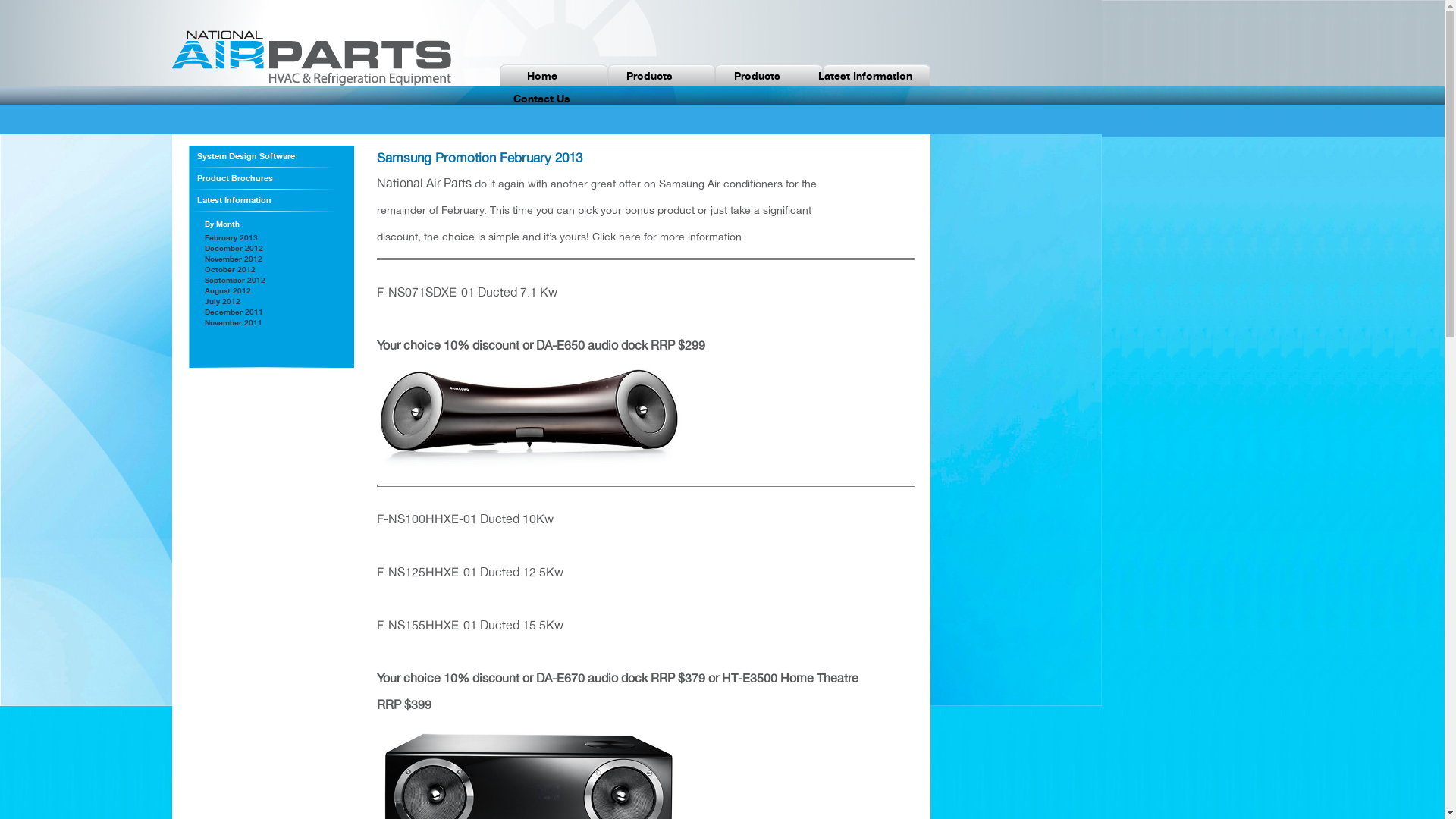 Image resolution: width=1456 pixels, height=819 pixels. What do you see at coordinates (542, 99) in the screenshot?
I see `'Contact Us'` at bounding box center [542, 99].